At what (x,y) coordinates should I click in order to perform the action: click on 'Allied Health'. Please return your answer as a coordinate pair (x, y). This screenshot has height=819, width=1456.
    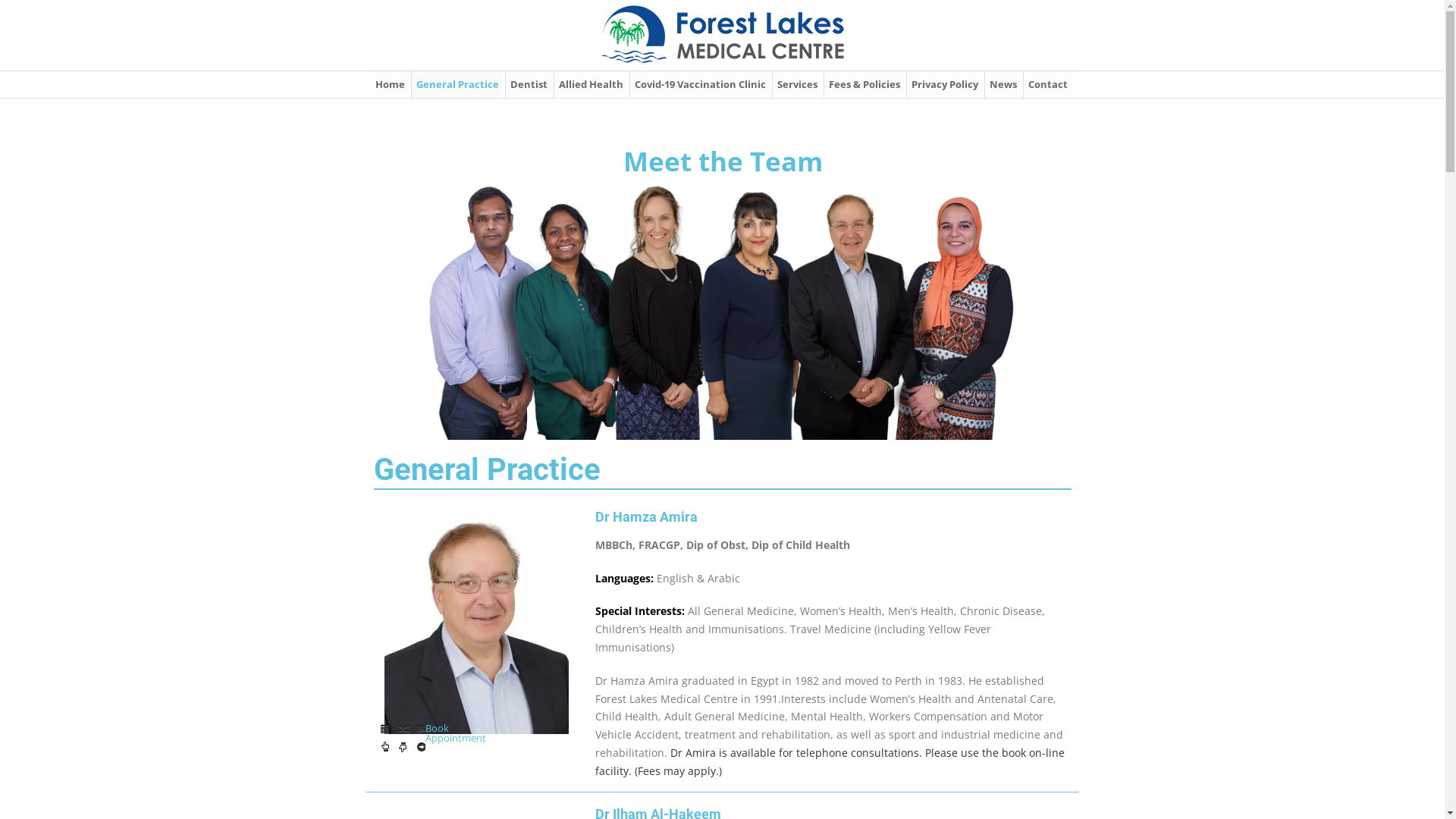
    Looking at the image, I should click on (589, 84).